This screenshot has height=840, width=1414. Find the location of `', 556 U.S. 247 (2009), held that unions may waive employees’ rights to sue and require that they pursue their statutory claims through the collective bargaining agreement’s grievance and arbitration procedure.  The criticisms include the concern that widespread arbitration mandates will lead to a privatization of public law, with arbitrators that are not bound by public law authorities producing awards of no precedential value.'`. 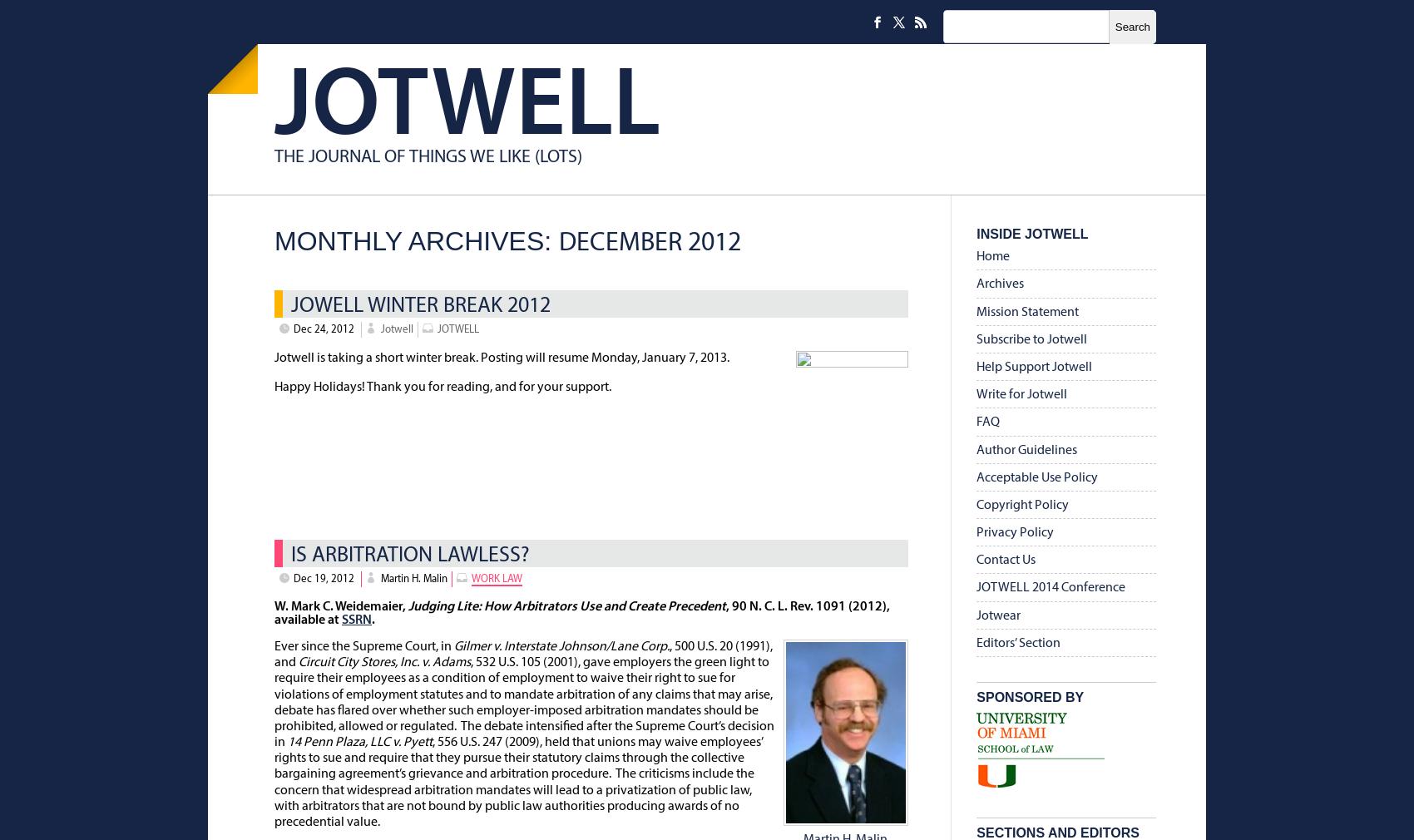

', 556 U.S. 247 (2009), held that unions may waive employees’ rights to sue and require that they pursue their statutory claims through the collective bargaining agreement’s grievance and arbitration procedure.  The criticisms include the concern that widespread arbitration mandates will lead to a privatization of public law, with arbitrators that are not bound by public law authorities producing awards of no precedential value.' is located at coordinates (517, 783).